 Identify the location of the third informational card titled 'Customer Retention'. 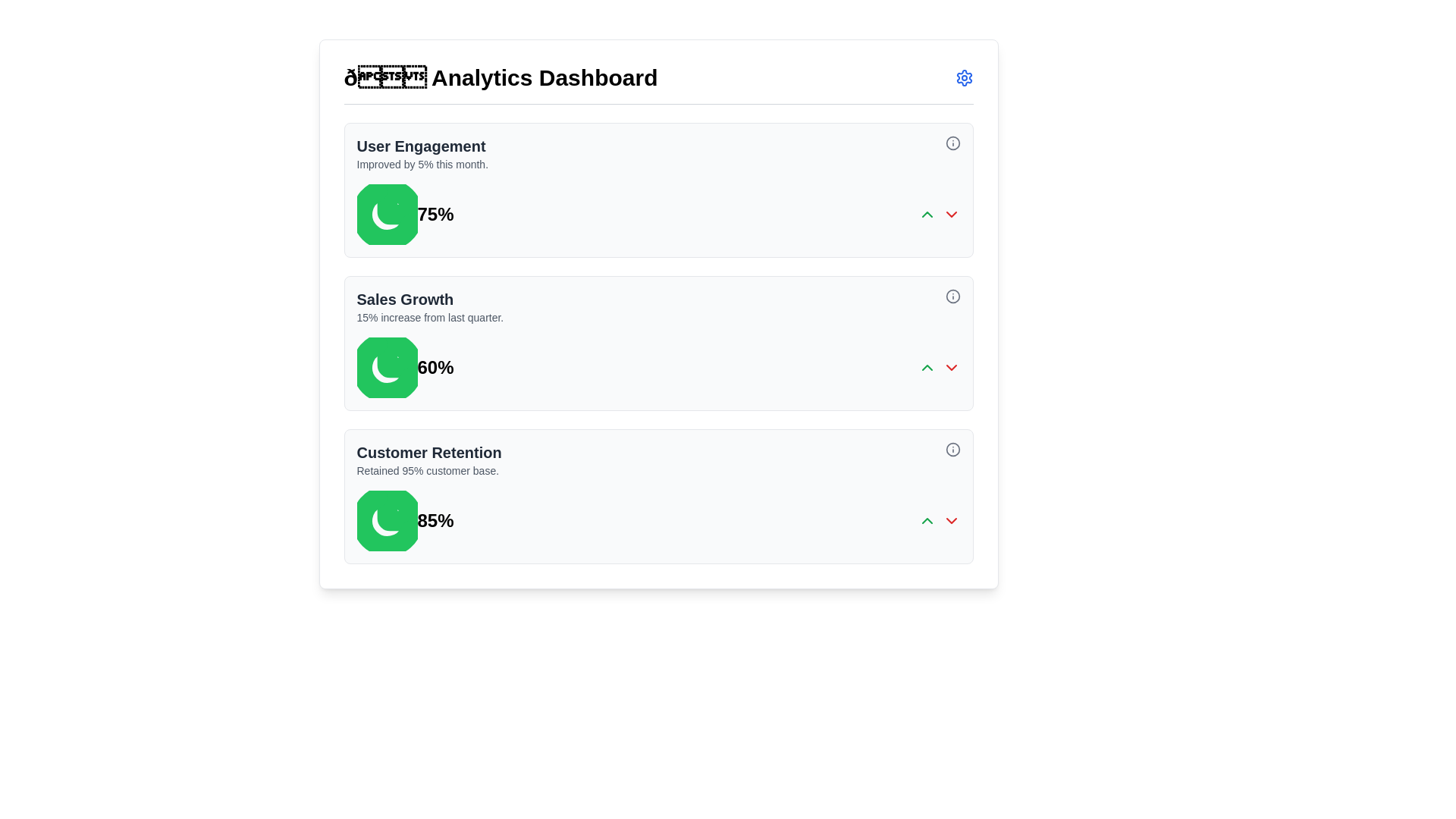
(658, 497).